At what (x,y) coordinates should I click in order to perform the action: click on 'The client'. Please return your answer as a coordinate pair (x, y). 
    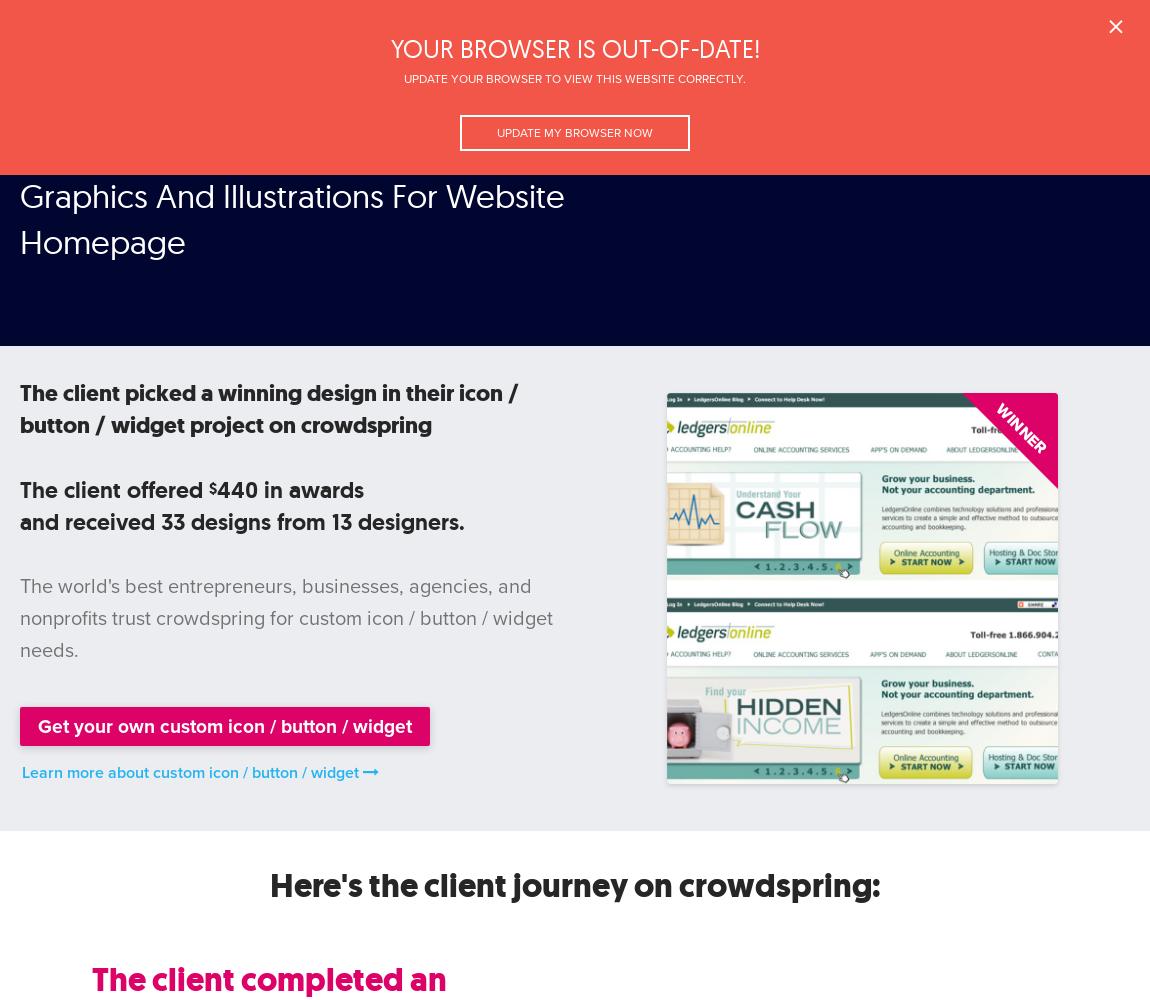
    Looking at the image, I should click on (72, 489).